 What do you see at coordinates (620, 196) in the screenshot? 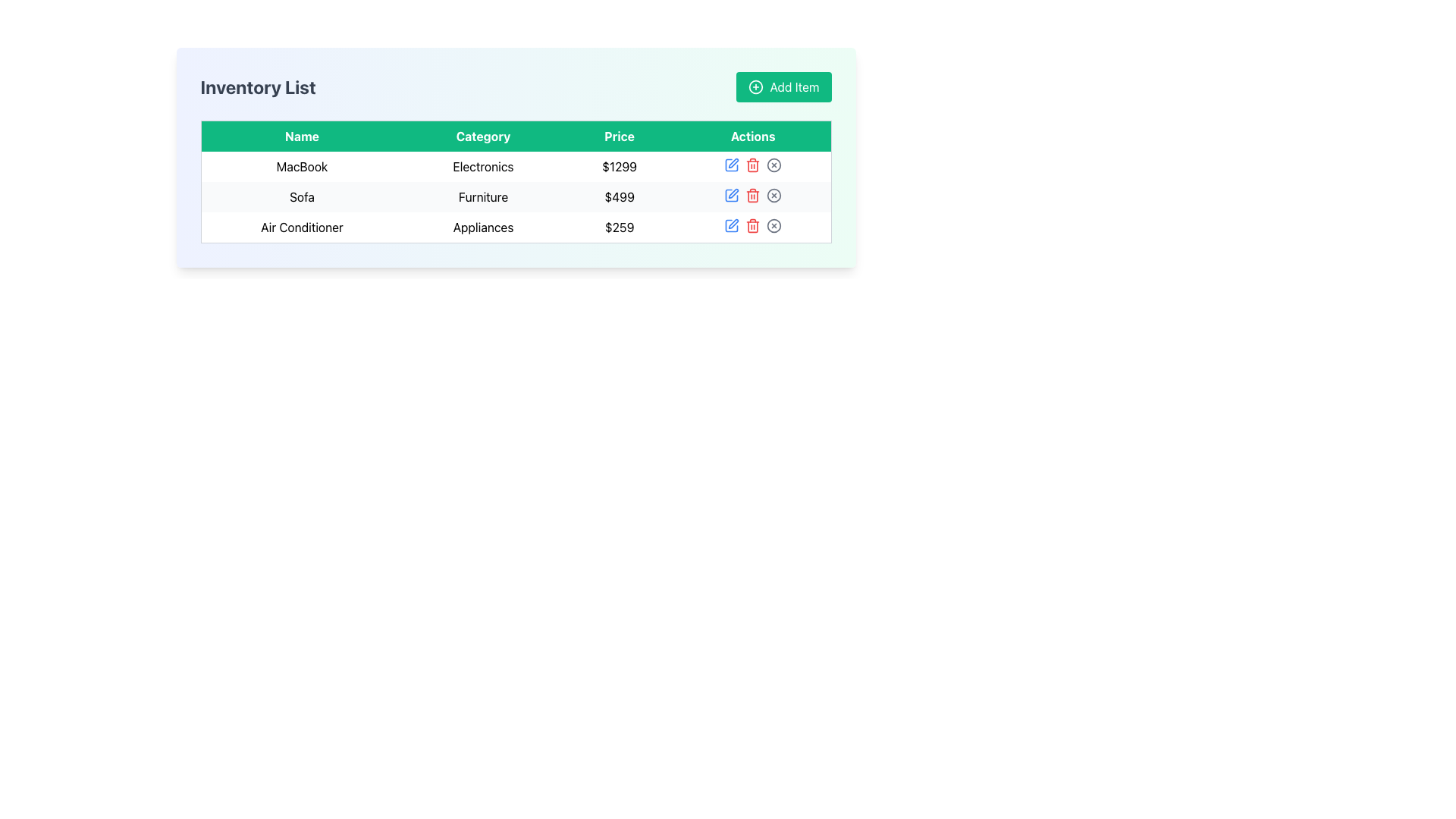
I see `the Text Display containing the price '$499' in bold, black font, which is the third column in the table row for the 'Sofa' product` at bounding box center [620, 196].